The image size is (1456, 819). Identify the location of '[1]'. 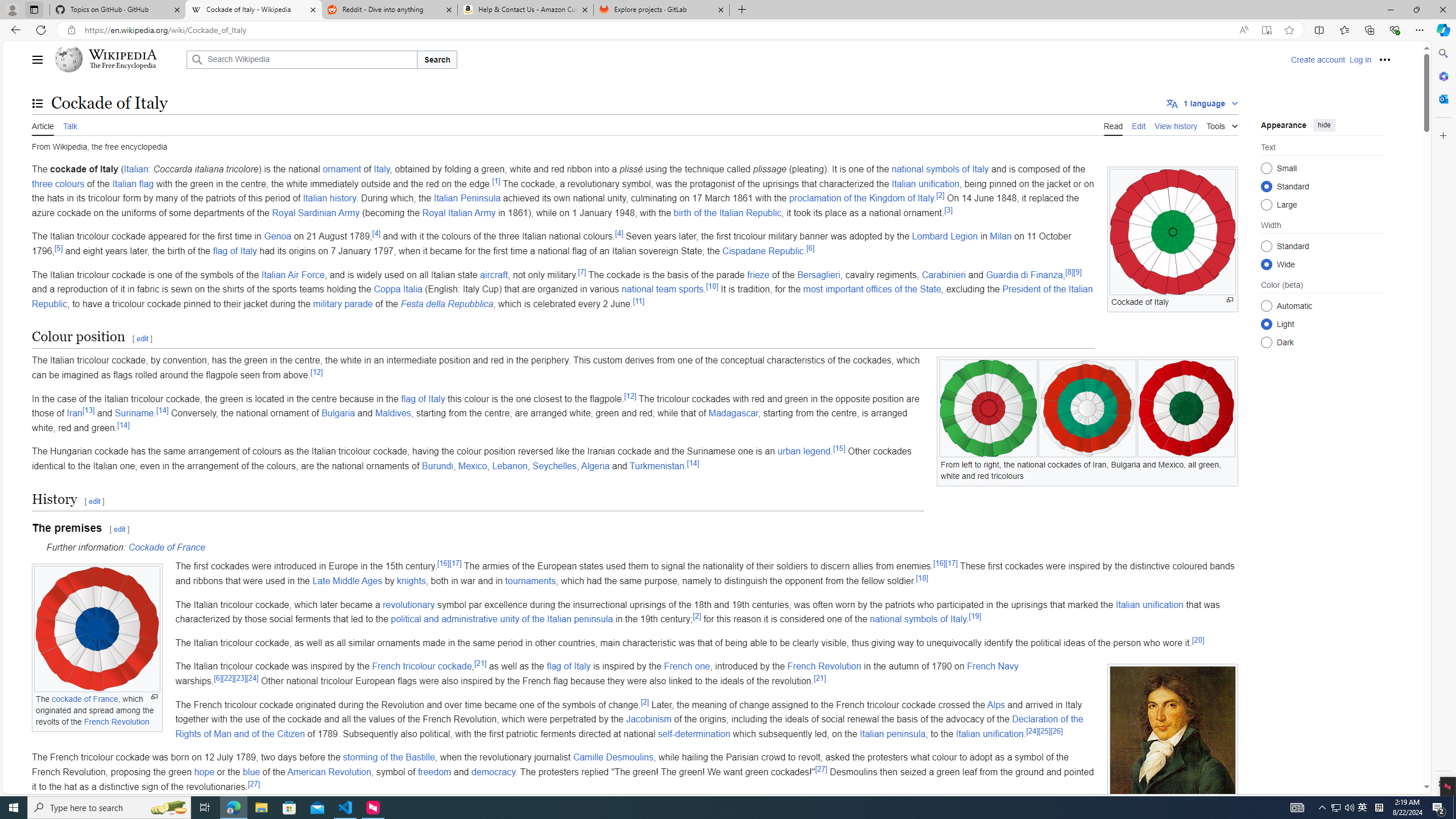
(496, 180).